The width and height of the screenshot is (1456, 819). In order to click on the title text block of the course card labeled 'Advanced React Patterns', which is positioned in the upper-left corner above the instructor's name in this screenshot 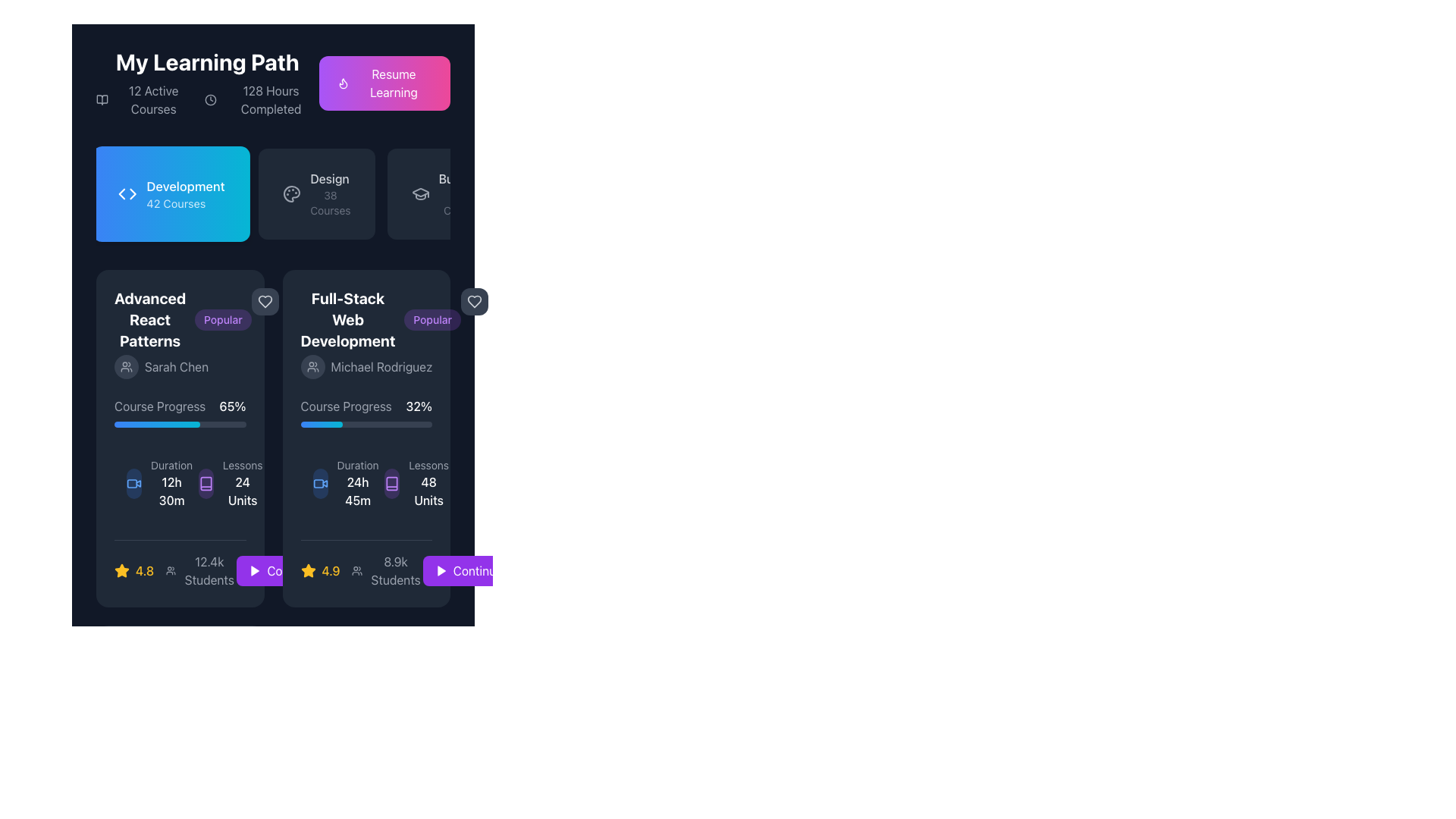, I will do `click(150, 318)`.